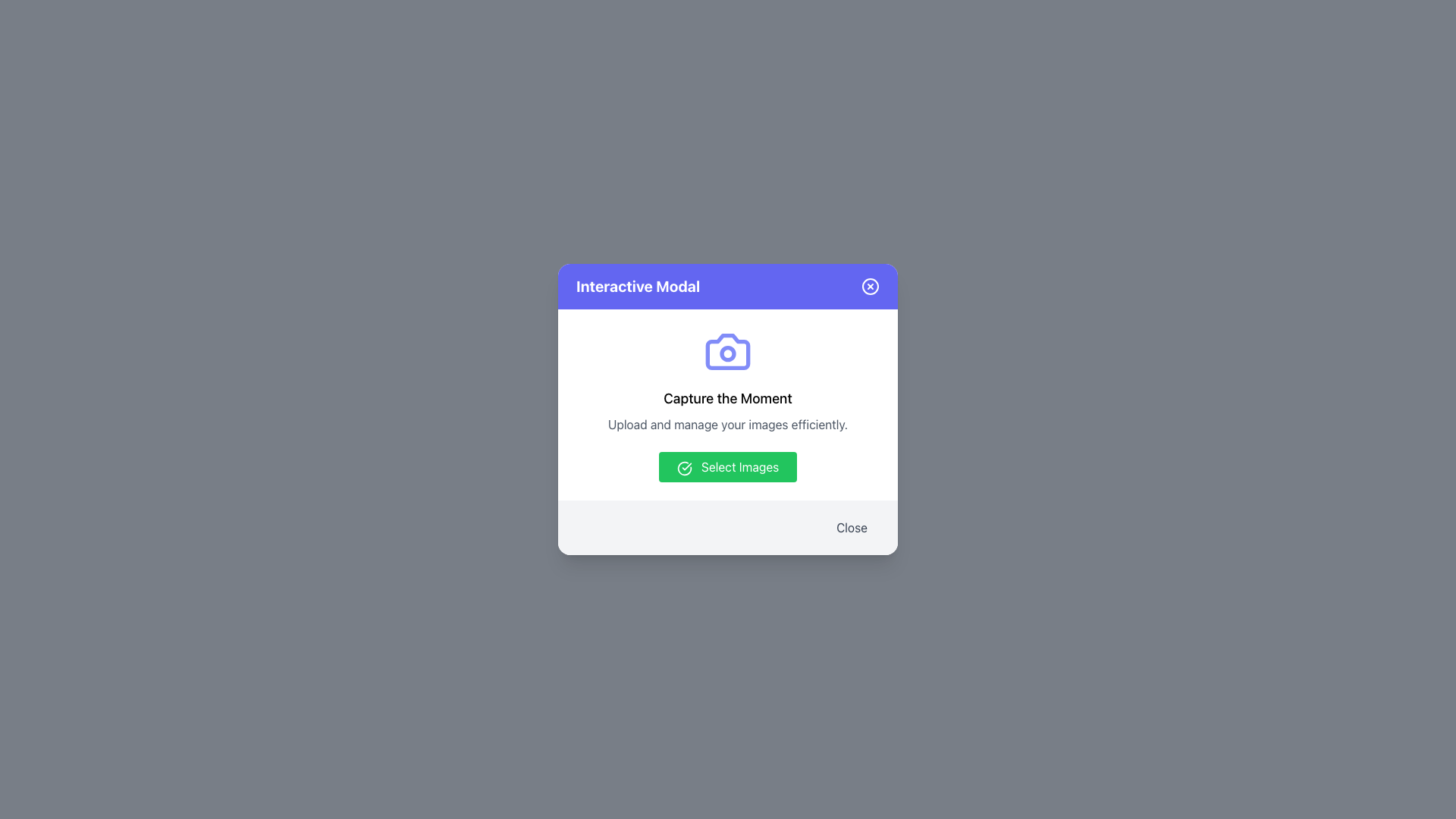  I want to click on the 'Select Images' button located at the bottom center of the modal, so click(728, 466).